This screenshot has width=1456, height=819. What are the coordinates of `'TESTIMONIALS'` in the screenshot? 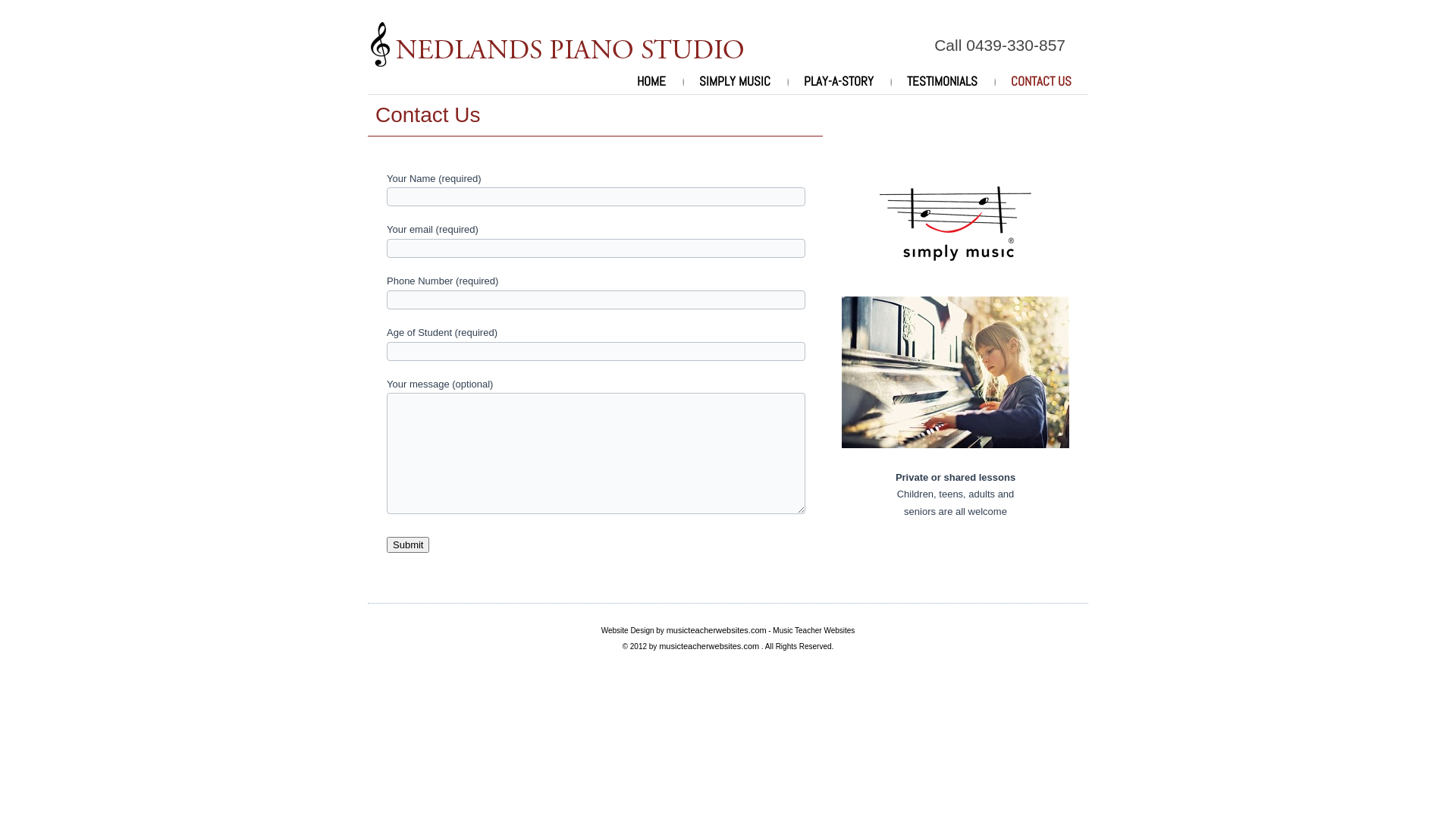 It's located at (941, 81).